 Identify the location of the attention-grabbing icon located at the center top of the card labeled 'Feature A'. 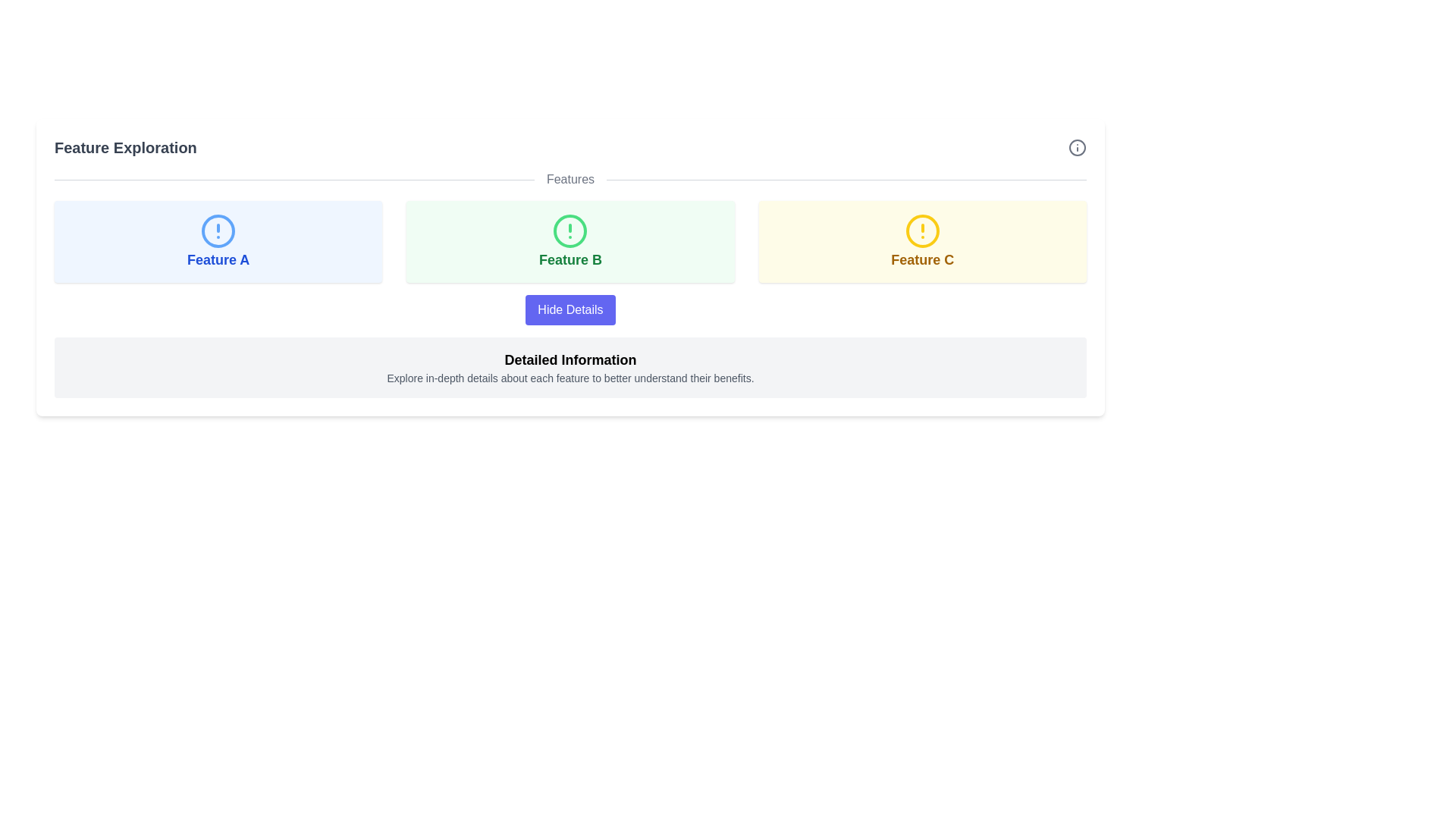
(218, 231).